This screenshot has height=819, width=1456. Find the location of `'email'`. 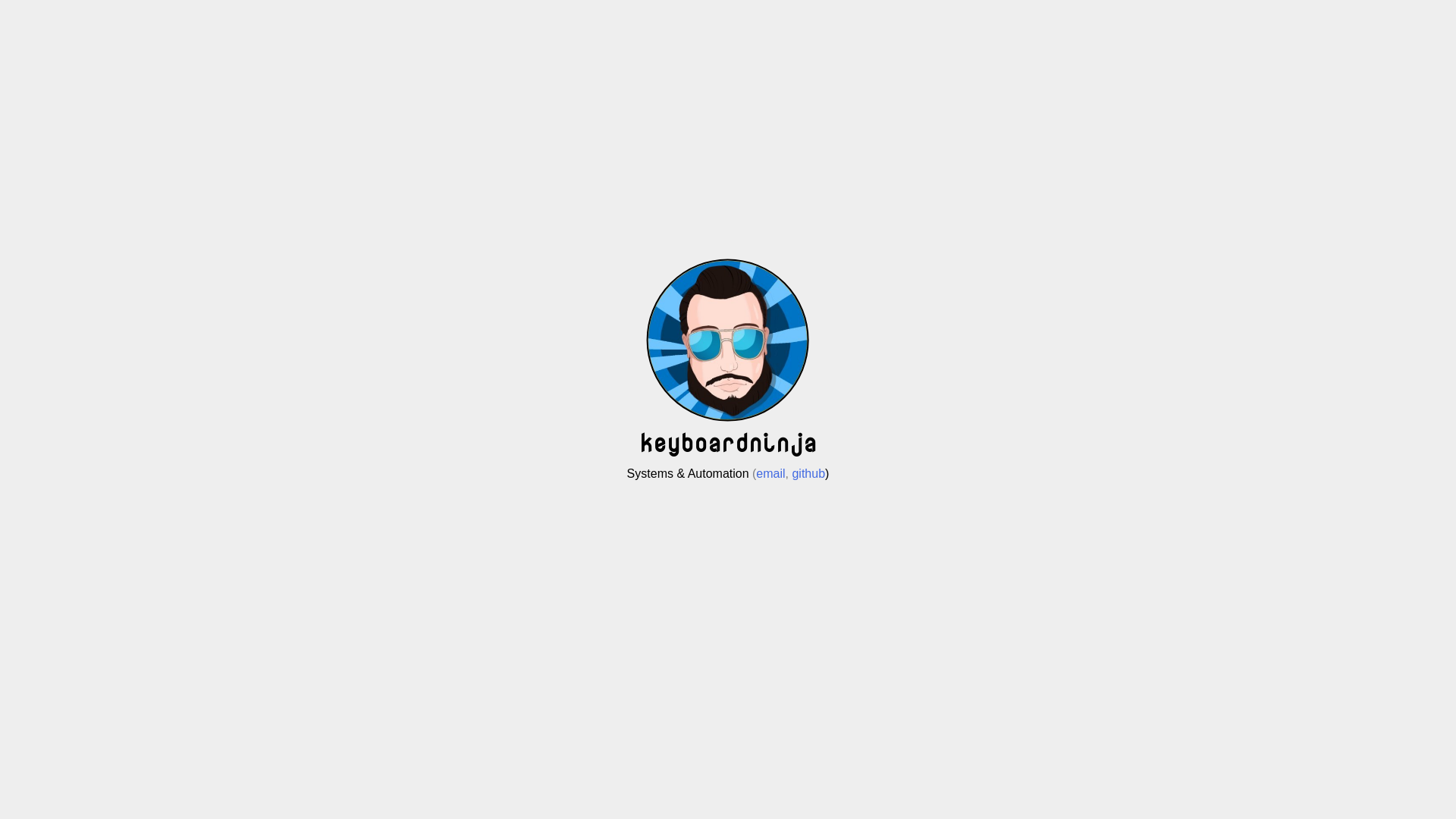

'email' is located at coordinates (756, 472).